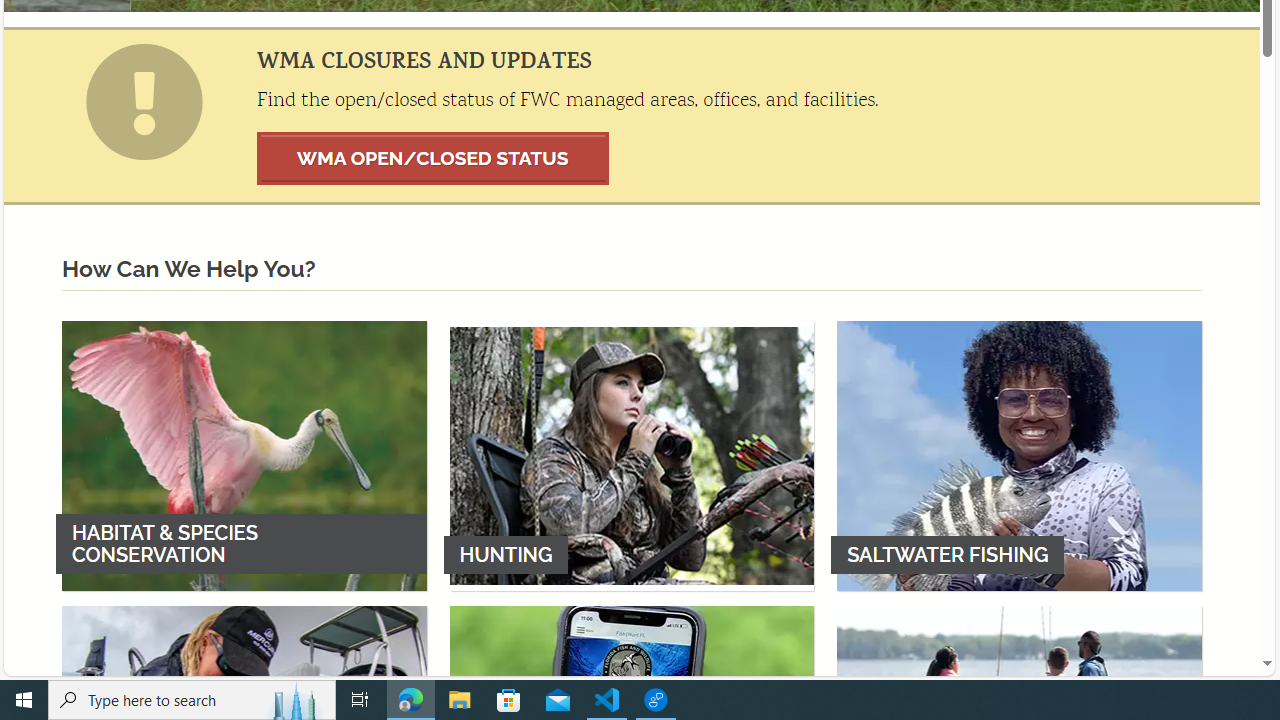 The image size is (1280, 720). What do you see at coordinates (243, 455) in the screenshot?
I see `'HABITAT & SPECIES CONSERVATION'` at bounding box center [243, 455].